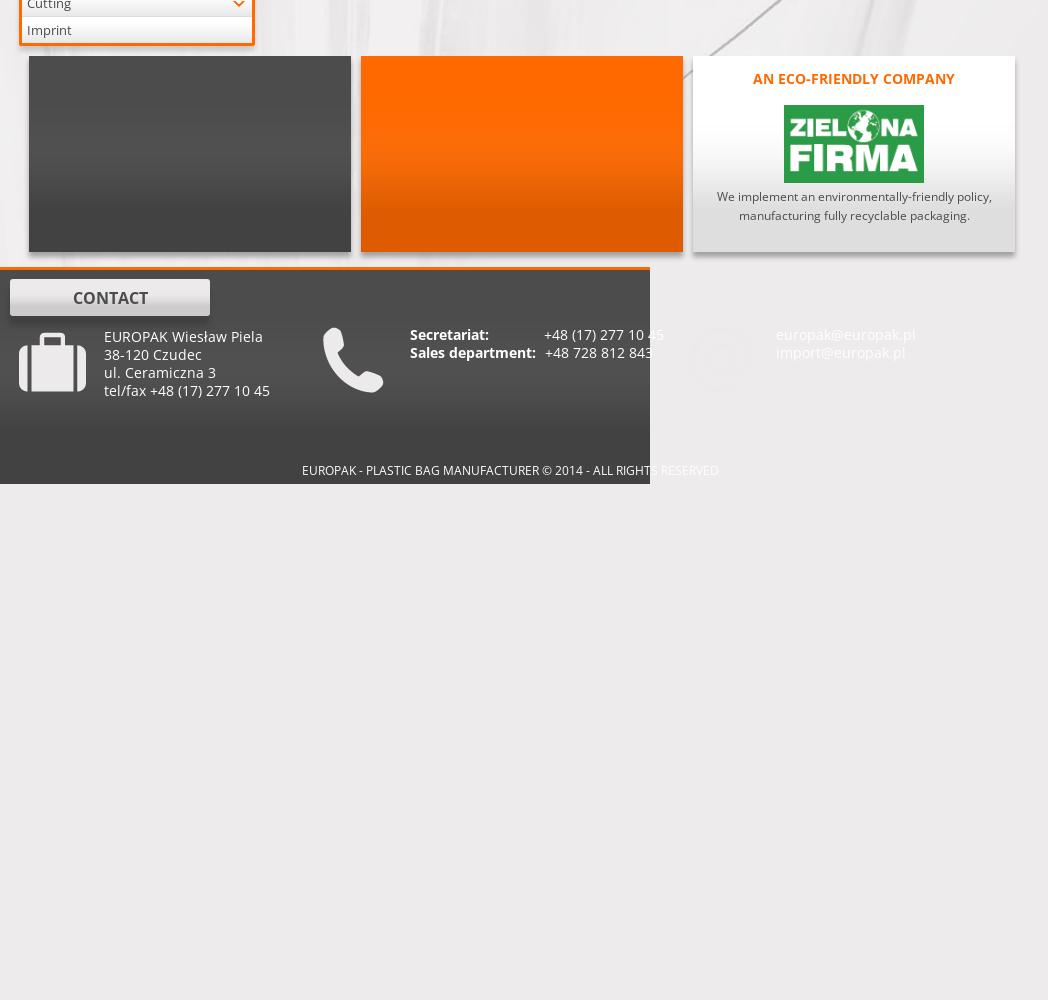 Image resolution: width=1048 pixels, height=1000 pixels. What do you see at coordinates (846, 333) in the screenshot?
I see `'europak@europak.pl'` at bounding box center [846, 333].